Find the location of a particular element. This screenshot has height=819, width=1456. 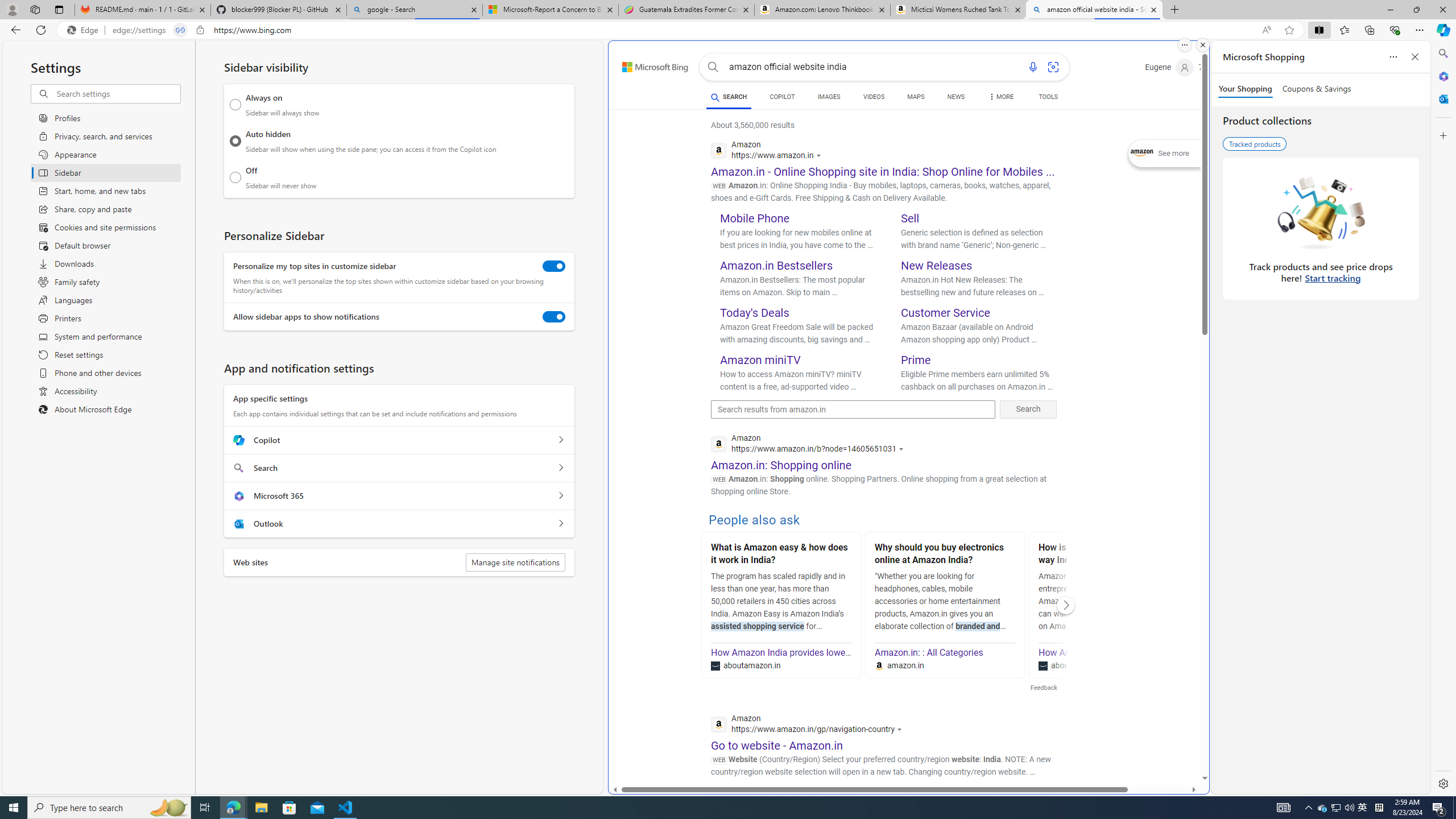

'Amazon miniTV' is located at coordinates (760, 359).